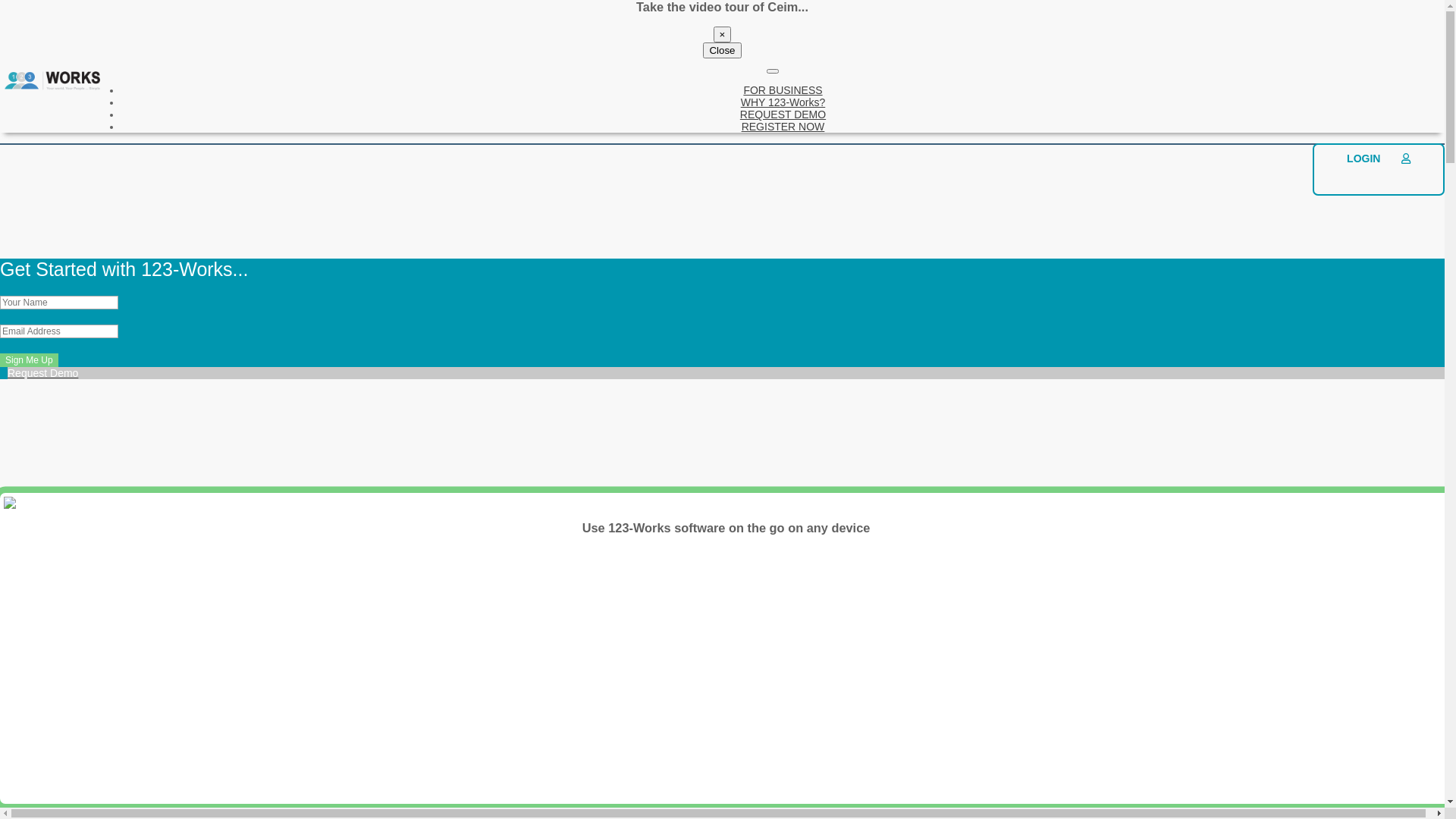 The width and height of the screenshot is (1456, 819). Describe the element at coordinates (783, 113) in the screenshot. I see `'REQUEST DEMO'` at that location.